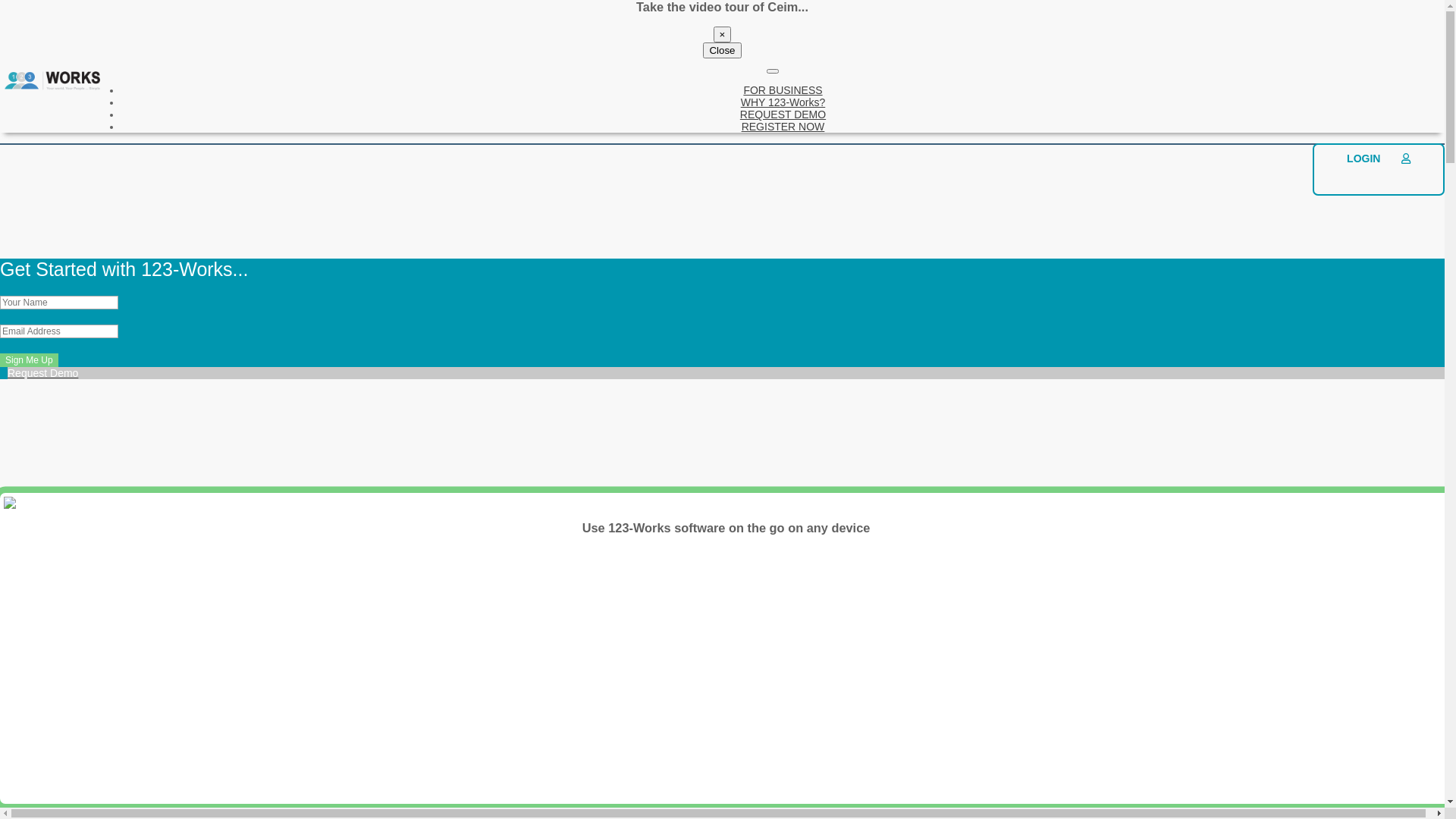 The width and height of the screenshot is (1456, 819). Describe the element at coordinates (783, 113) in the screenshot. I see `'REQUEST DEMO'` at that location.